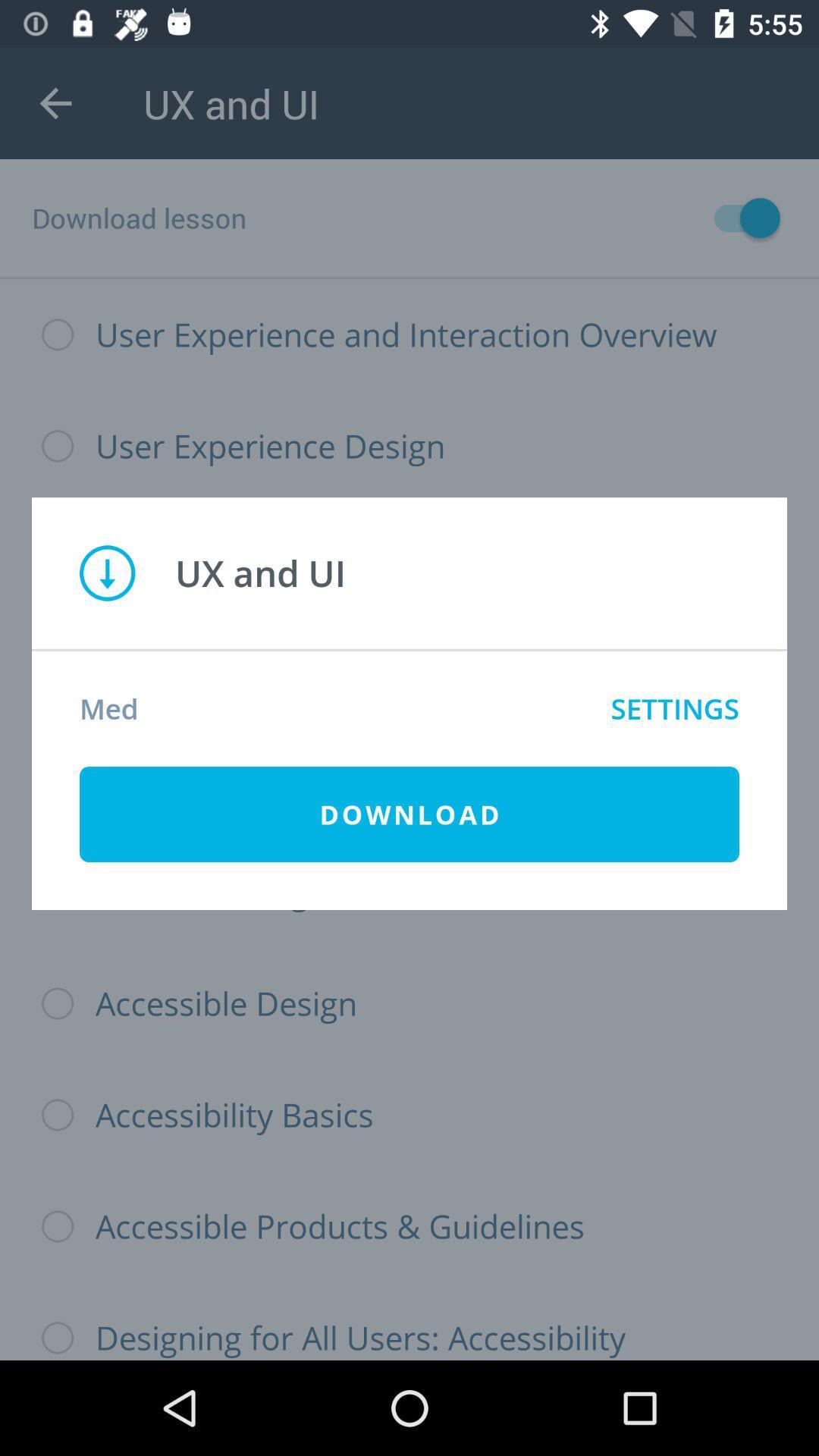 The height and width of the screenshot is (1456, 819). I want to click on the settings on the right, so click(674, 708).